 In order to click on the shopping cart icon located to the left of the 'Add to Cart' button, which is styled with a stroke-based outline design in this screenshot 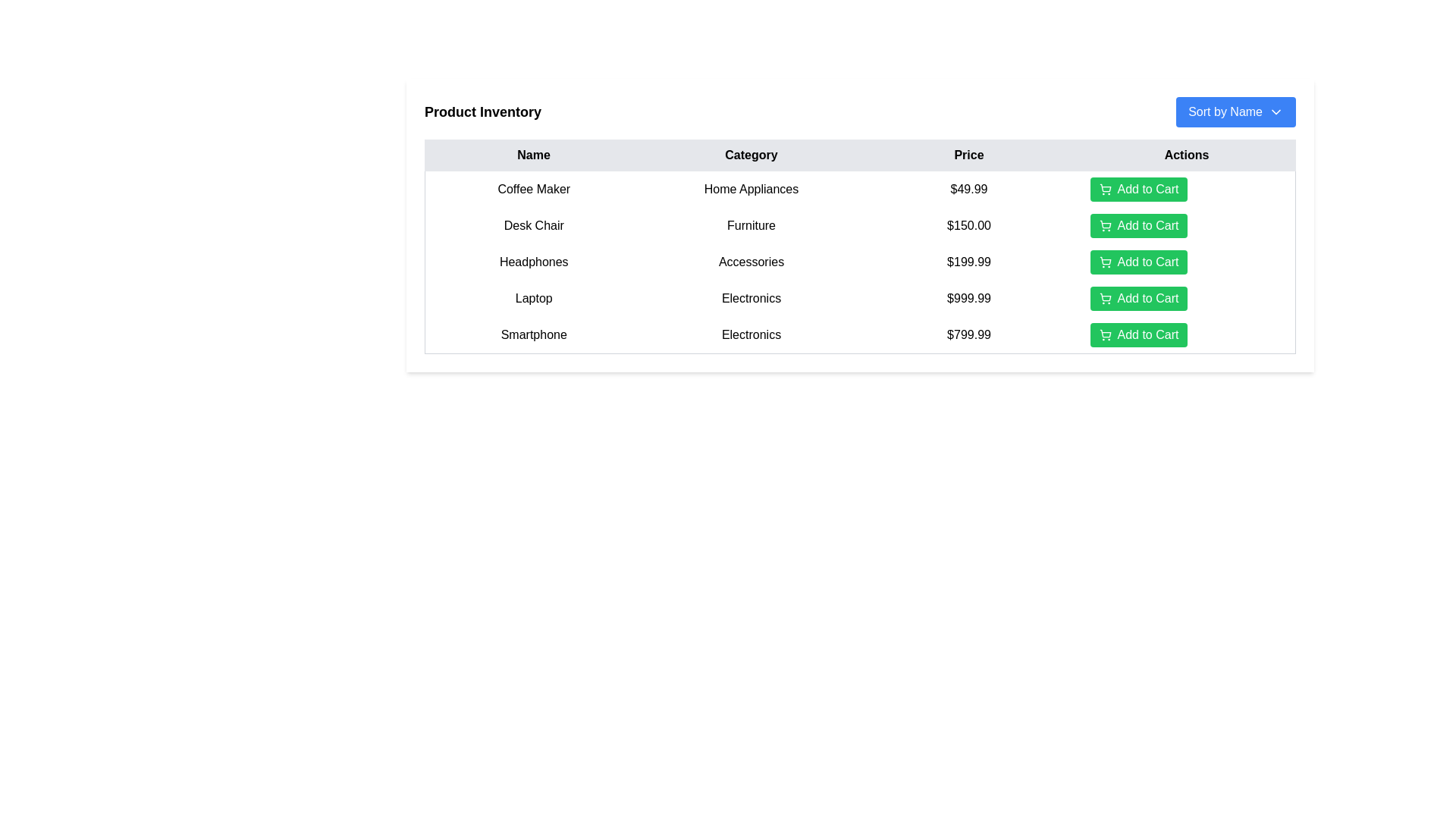, I will do `click(1105, 189)`.